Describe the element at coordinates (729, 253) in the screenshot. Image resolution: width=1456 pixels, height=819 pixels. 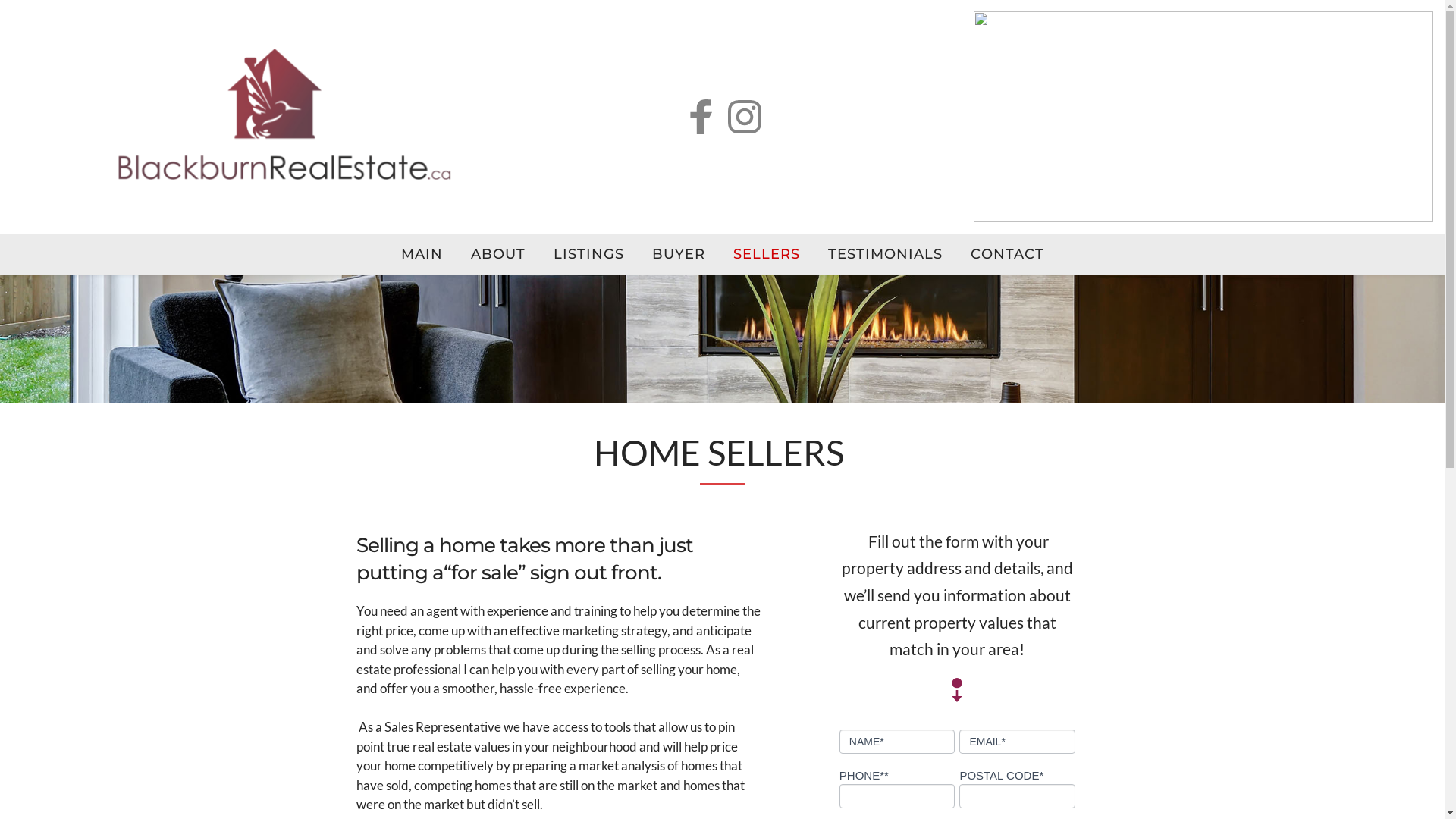
I see `'SELLERS'` at that location.